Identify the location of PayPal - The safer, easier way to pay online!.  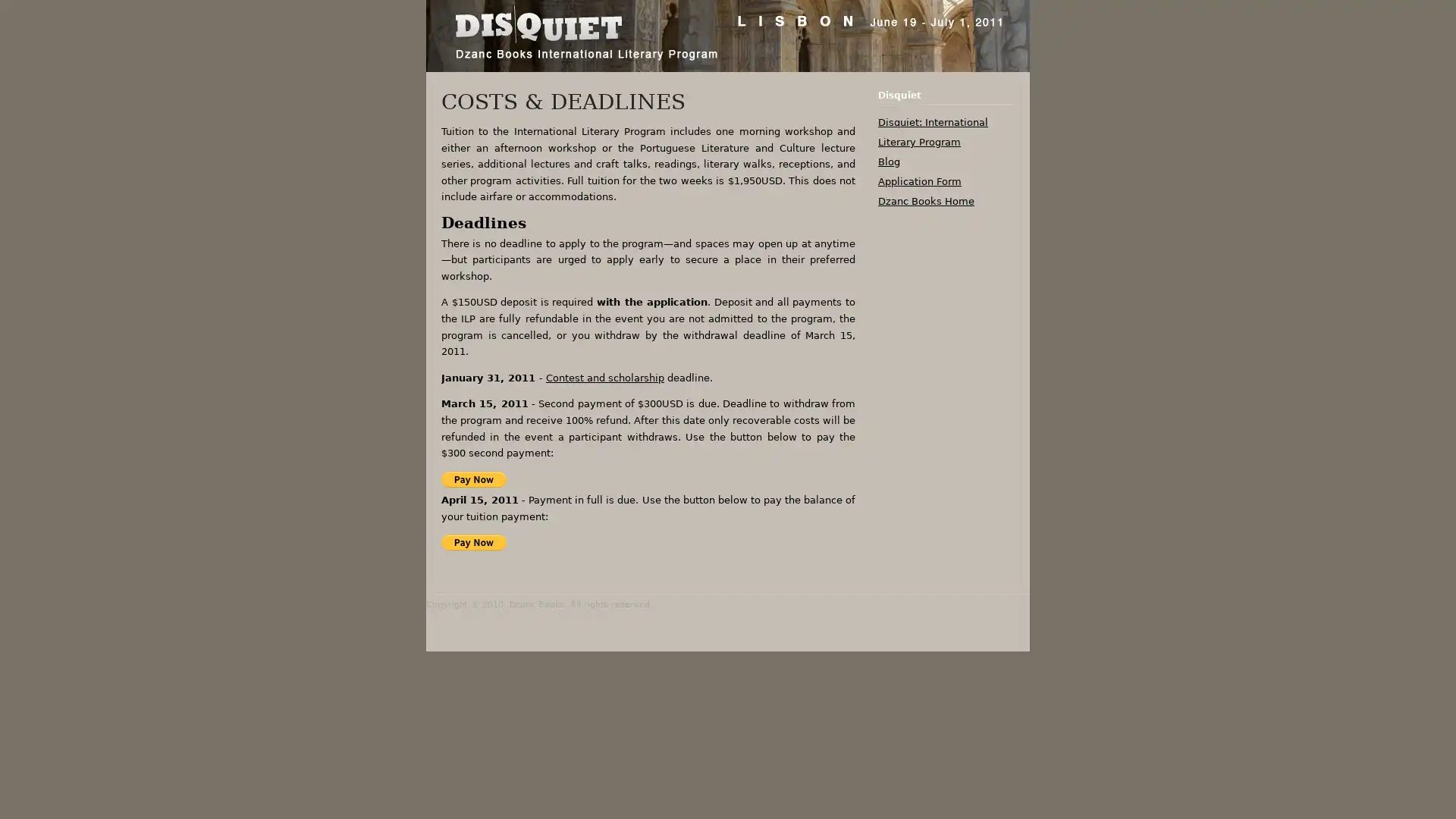
(472, 479).